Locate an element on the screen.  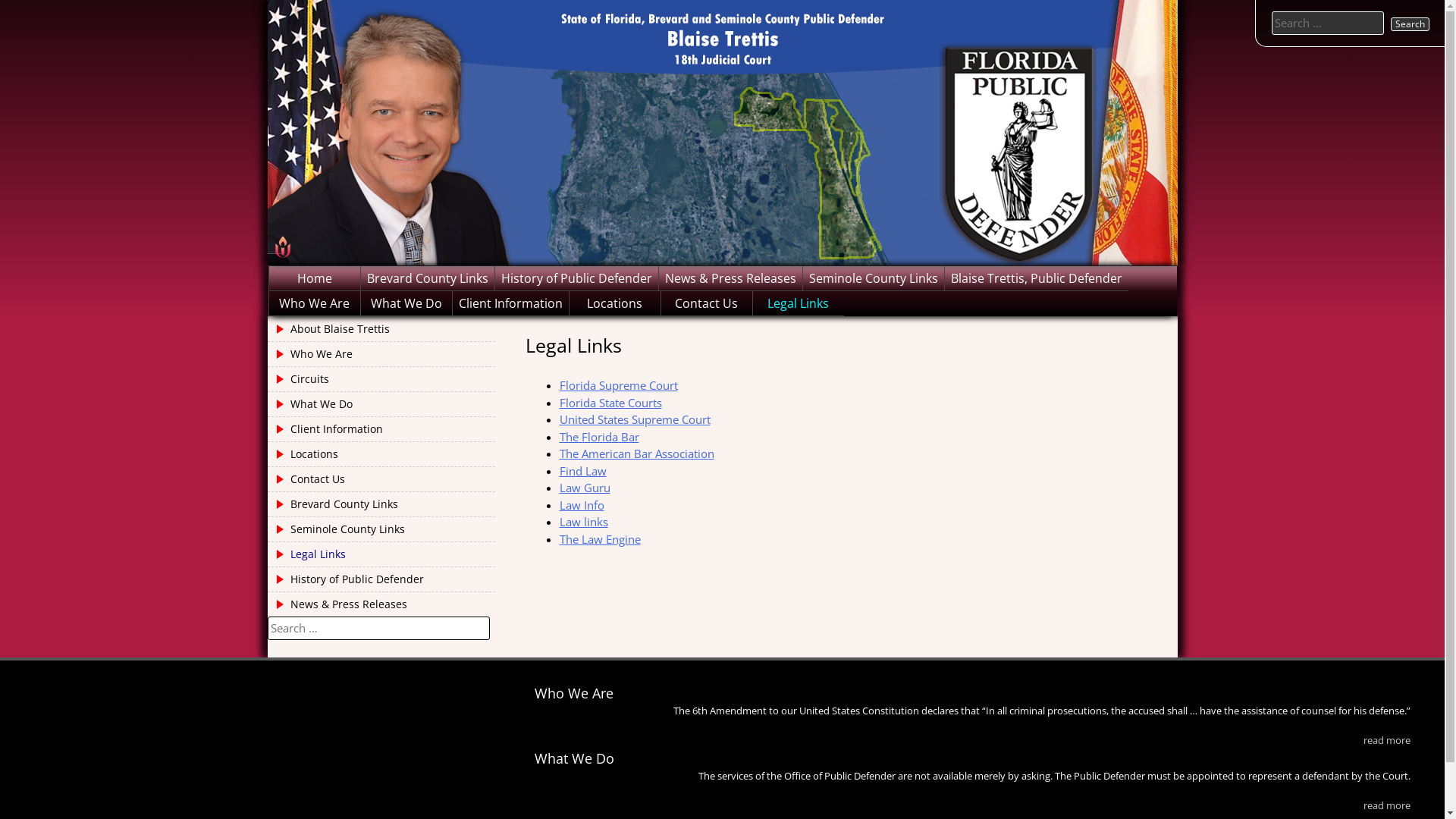
'Who We Are' is located at coordinates (381, 353).